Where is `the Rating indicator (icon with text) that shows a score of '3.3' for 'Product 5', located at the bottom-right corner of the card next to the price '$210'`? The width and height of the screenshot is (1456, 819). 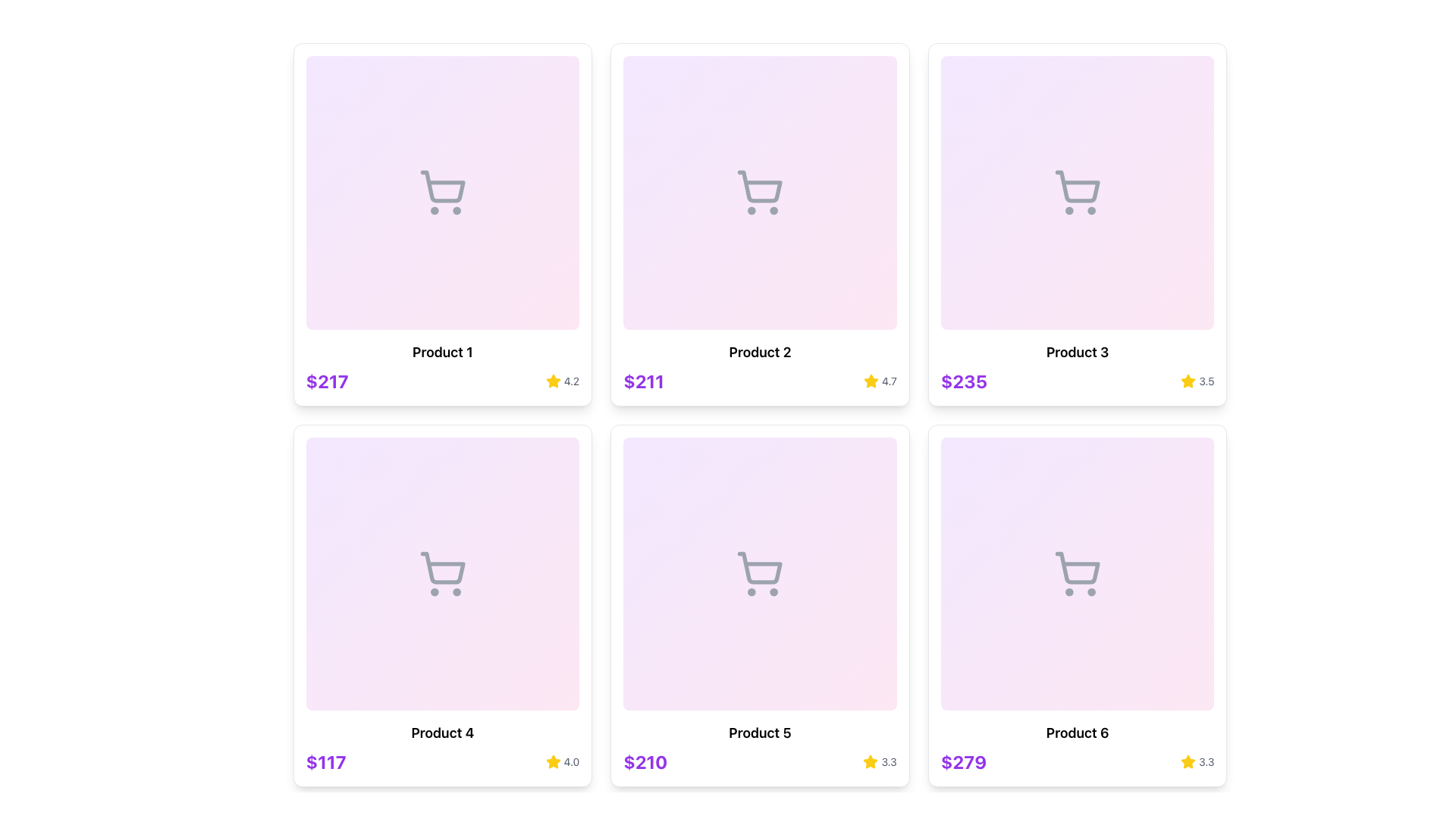 the Rating indicator (icon with text) that shows a score of '3.3' for 'Product 5', located at the bottom-right corner of the card next to the price '$210' is located at coordinates (880, 762).